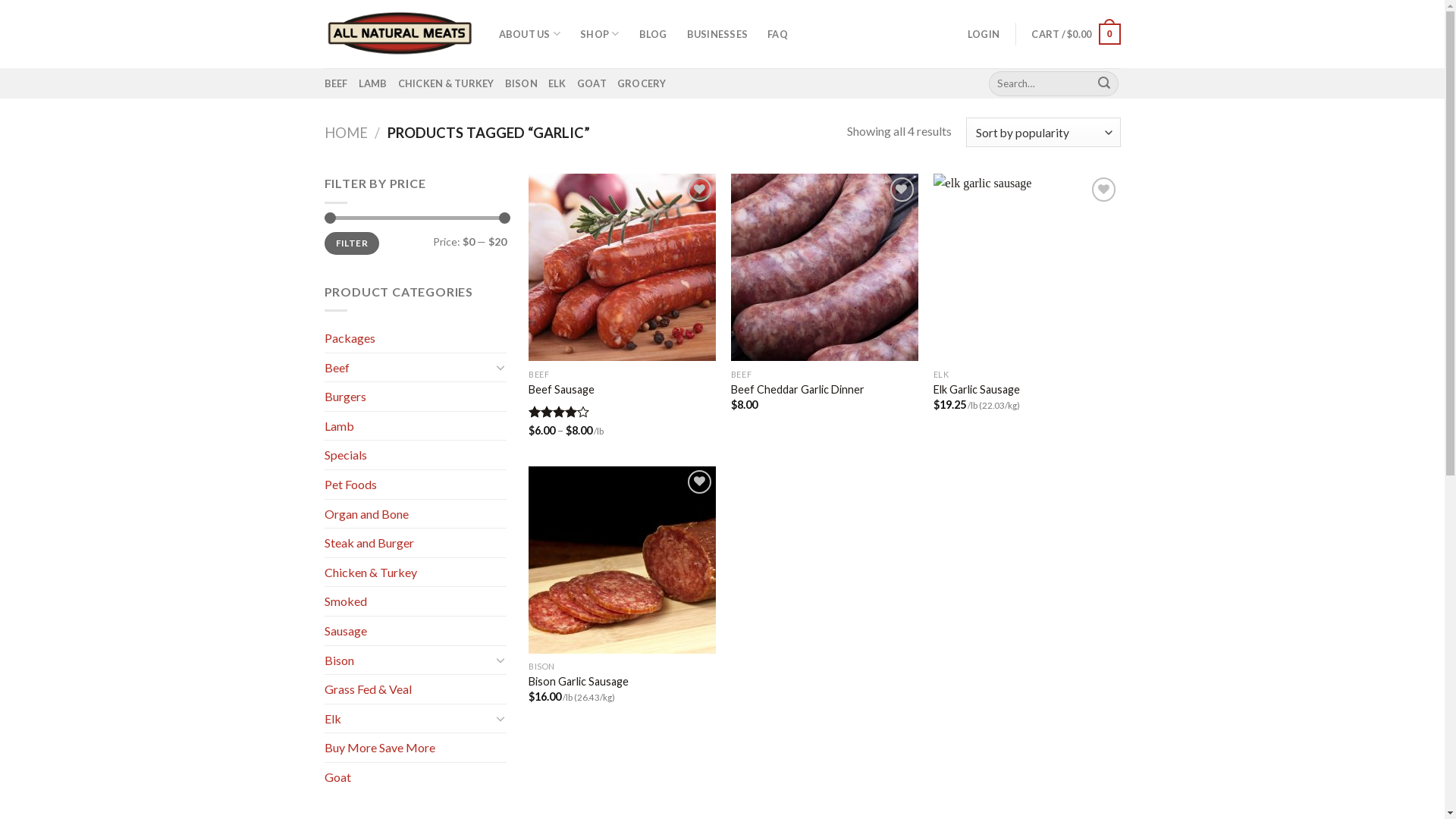 The width and height of the screenshot is (1456, 819). Describe the element at coordinates (407, 368) in the screenshot. I see `'Beef'` at that location.